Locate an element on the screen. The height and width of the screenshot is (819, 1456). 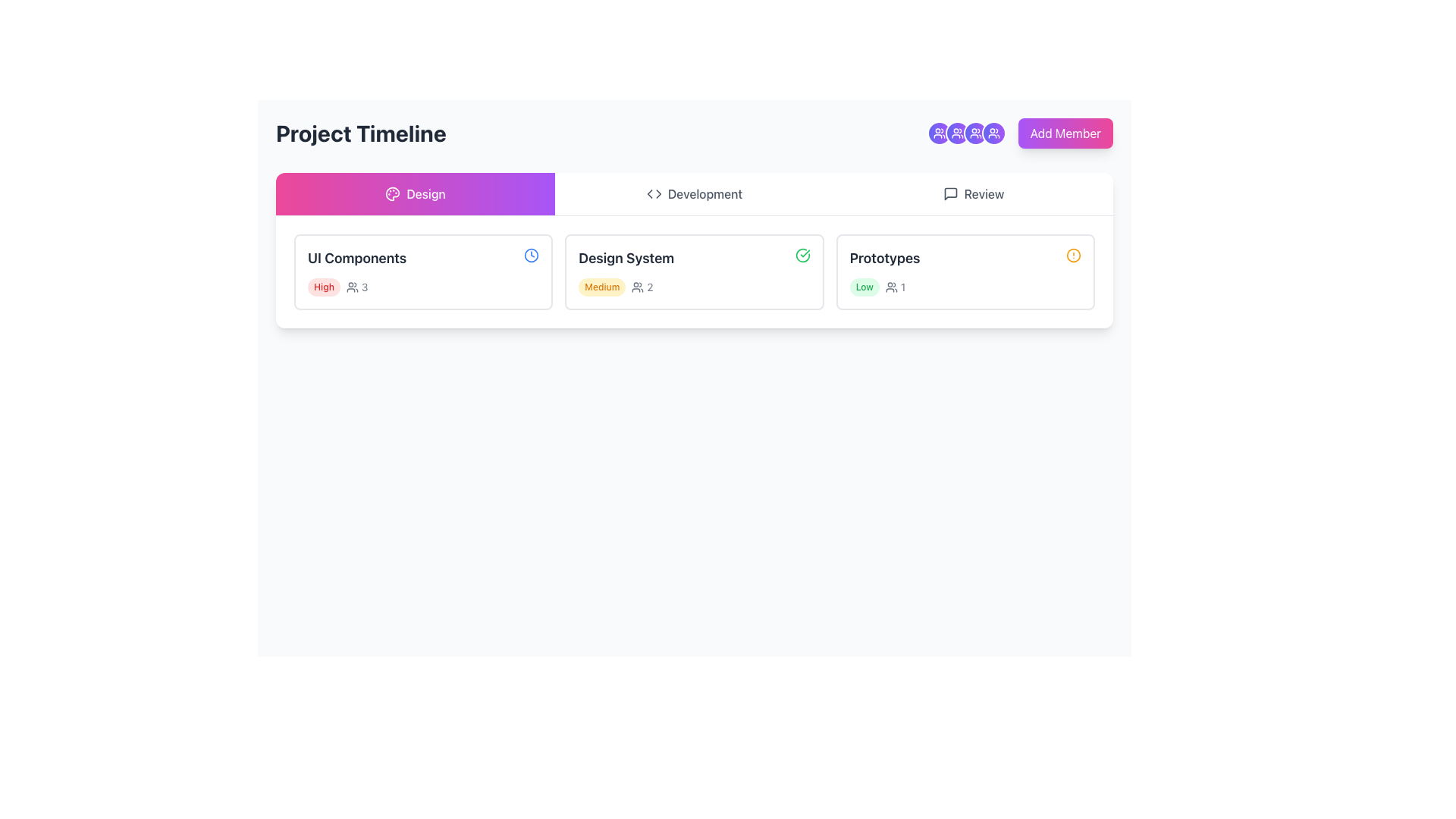
the icon representing the review or comments section, which is part of the 'Review' button in the top right section of the interface is located at coordinates (949, 193).